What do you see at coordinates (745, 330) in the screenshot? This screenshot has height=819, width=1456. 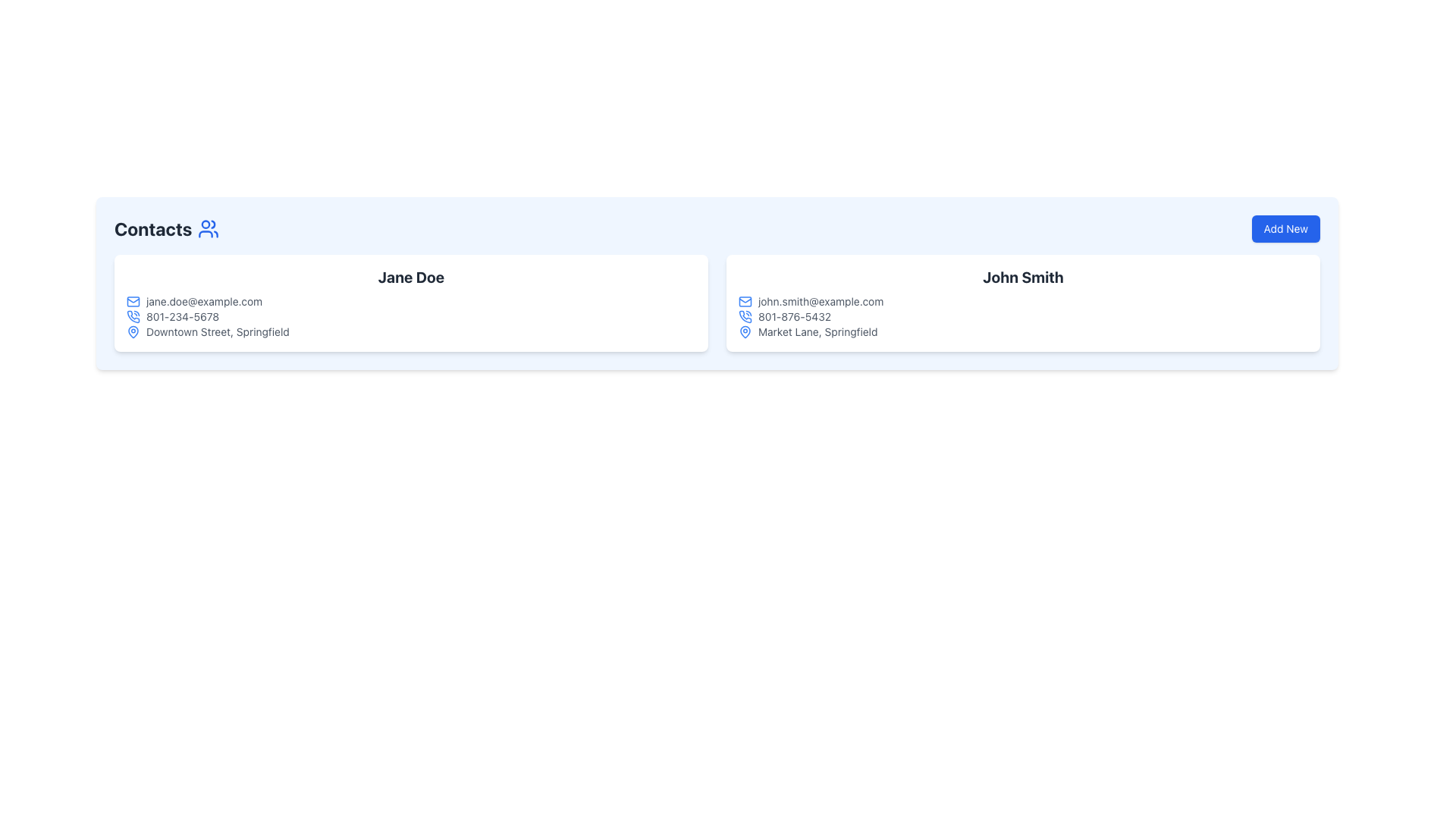 I see `the blue map pin icon located next to the address text under John Smith's contact information in the second column of the contact list` at bounding box center [745, 330].